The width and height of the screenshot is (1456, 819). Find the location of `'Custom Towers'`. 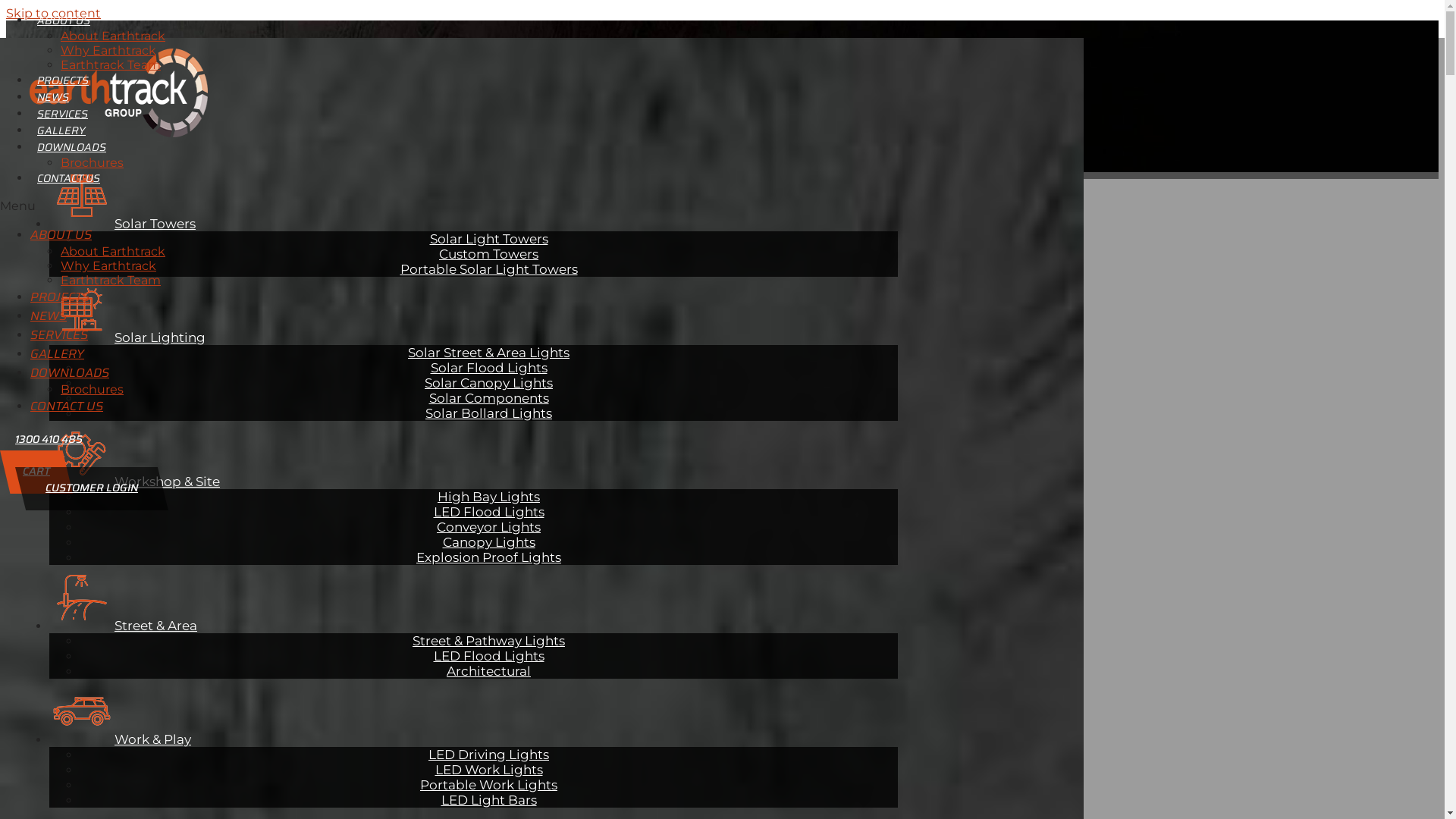

'Custom Towers' is located at coordinates (488, 253).